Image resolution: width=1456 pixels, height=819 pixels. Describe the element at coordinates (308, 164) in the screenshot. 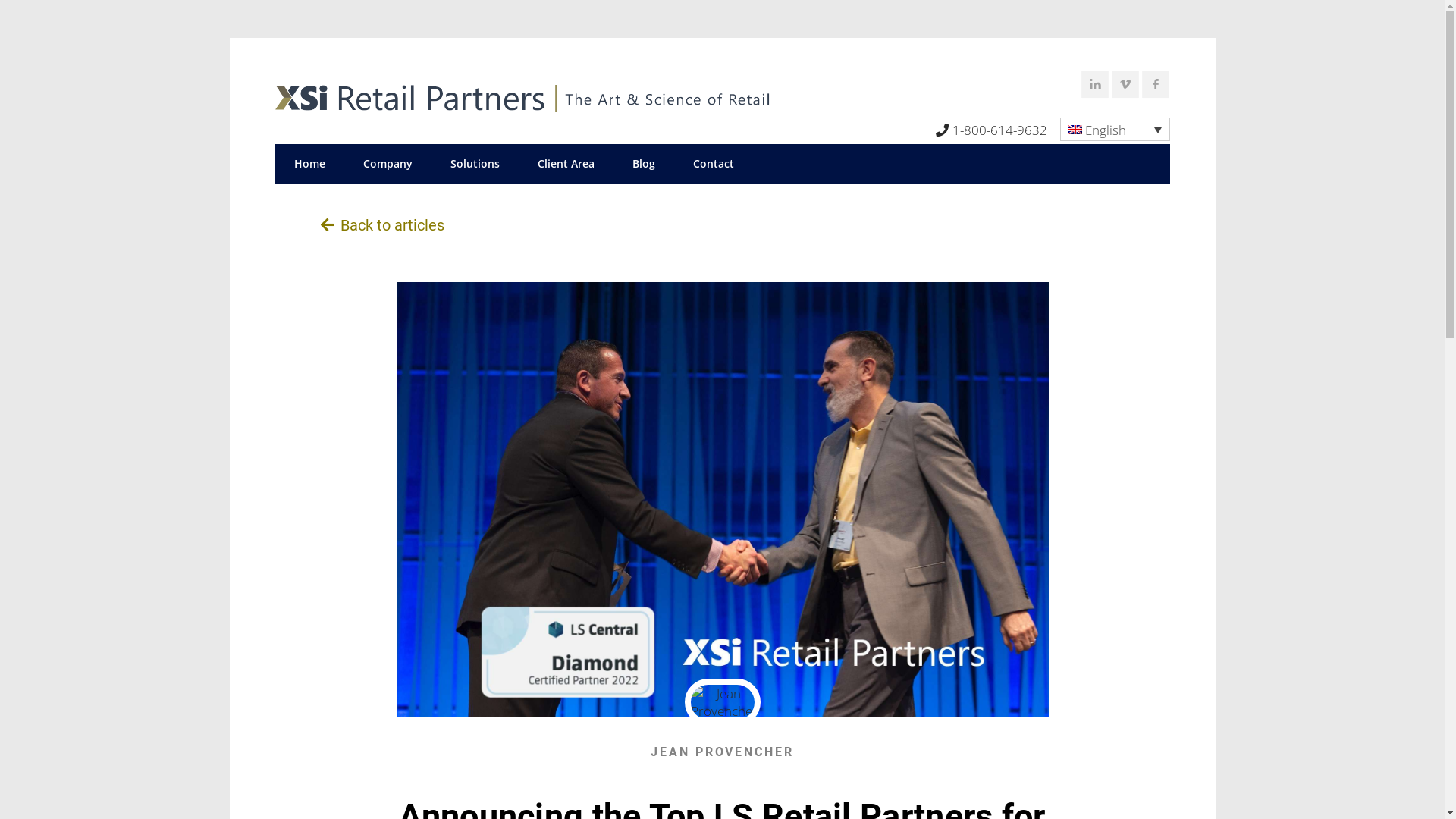

I see `'Home'` at that location.